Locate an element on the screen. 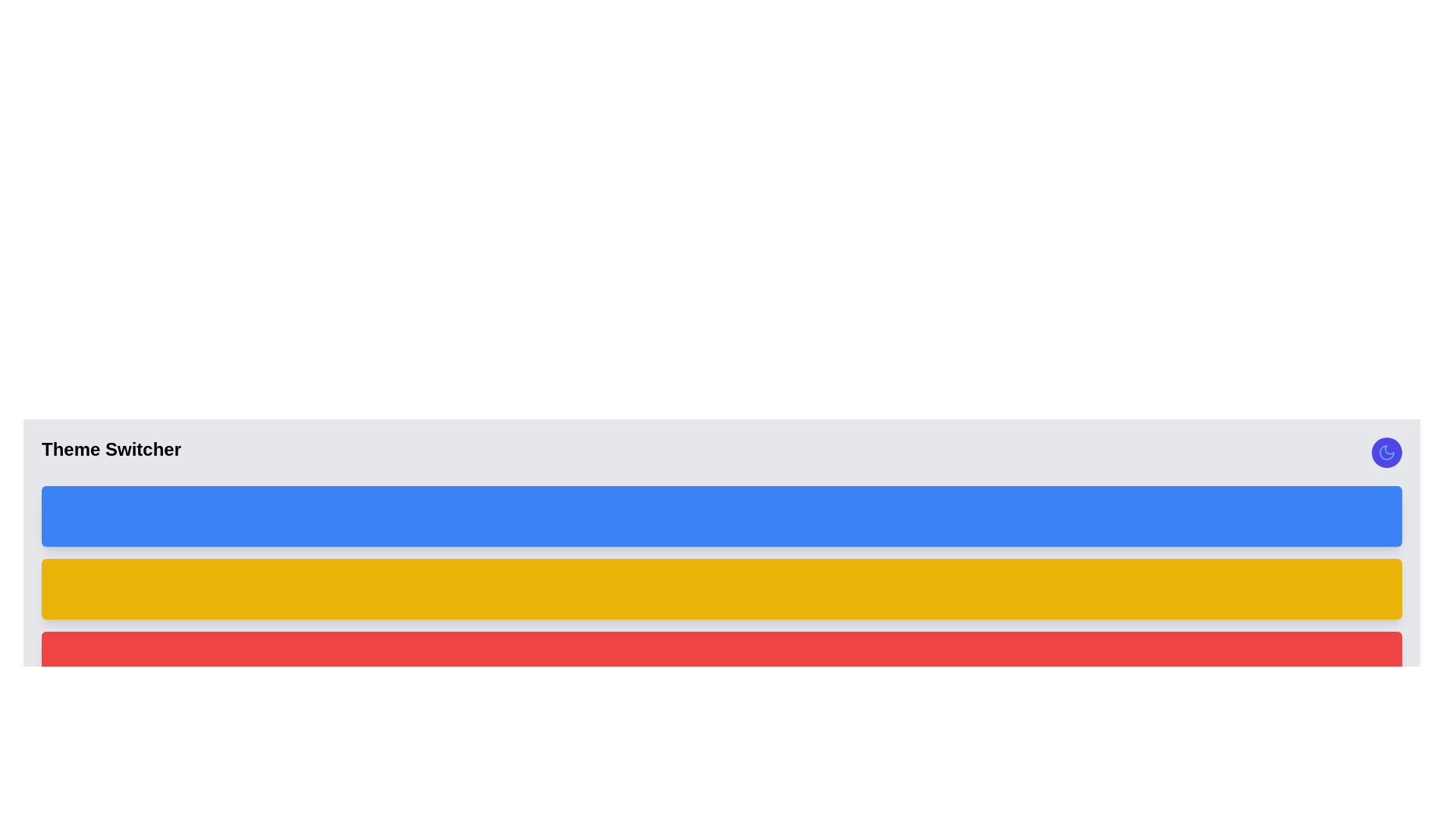 The image size is (1456, 819). the theme-changing icon located in the top-right corner of the layout is located at coordinates (1386, 452).